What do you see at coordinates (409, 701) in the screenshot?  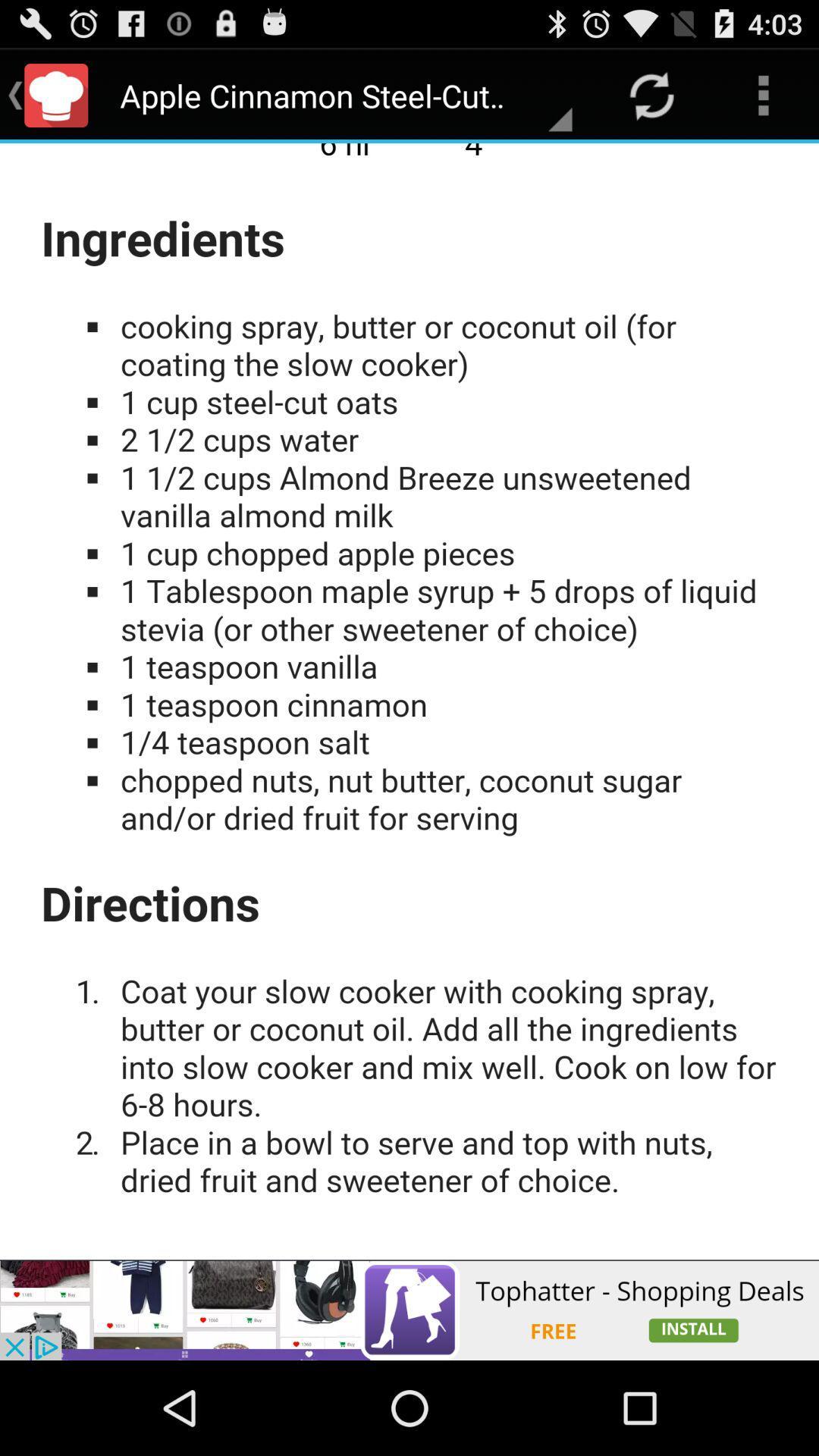 I see `advertisement` at bounding box center [409, 701].